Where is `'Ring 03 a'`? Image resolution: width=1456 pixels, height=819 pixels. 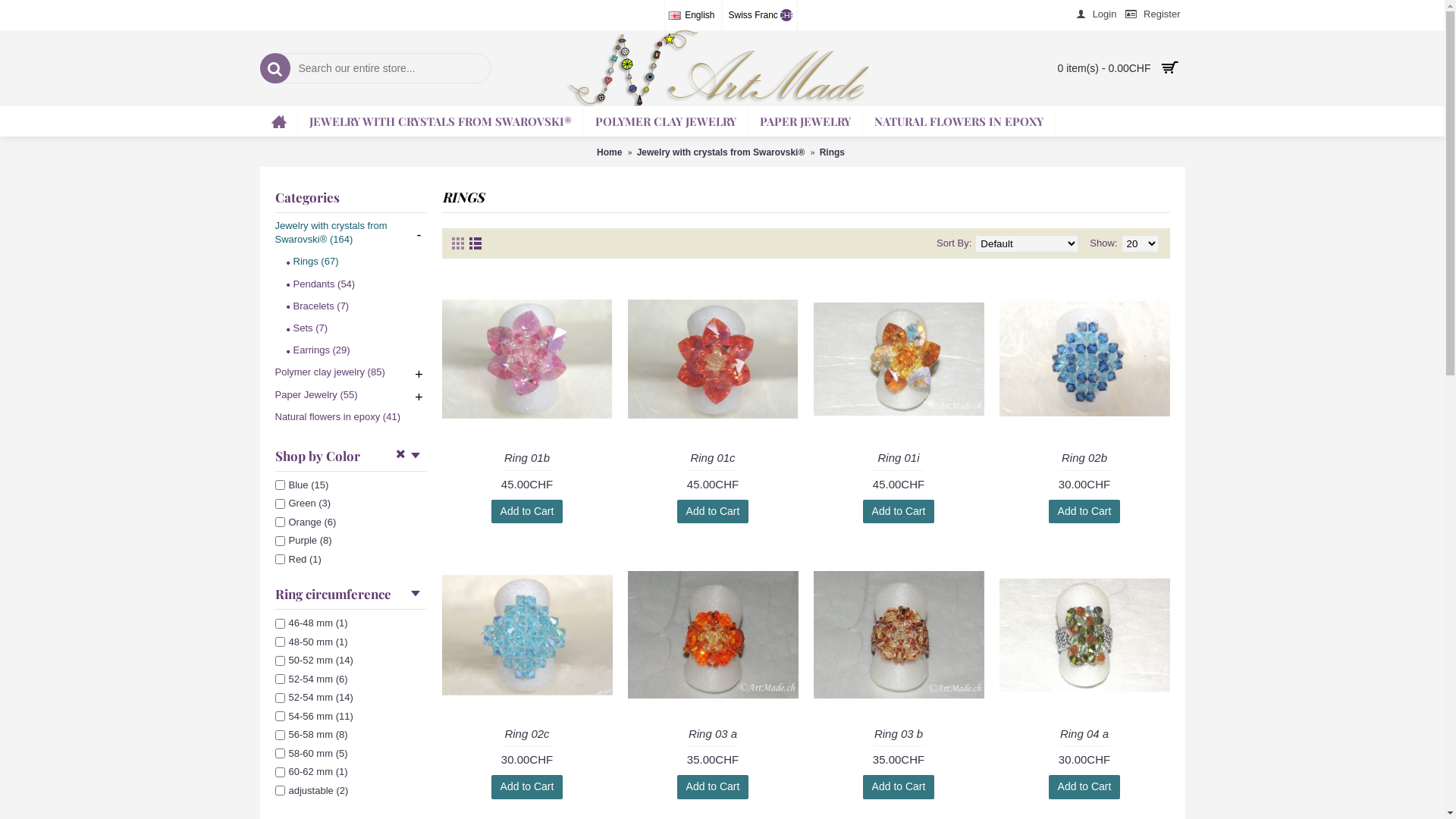 'Ring 03 a' is located at coordinates (712, 733).